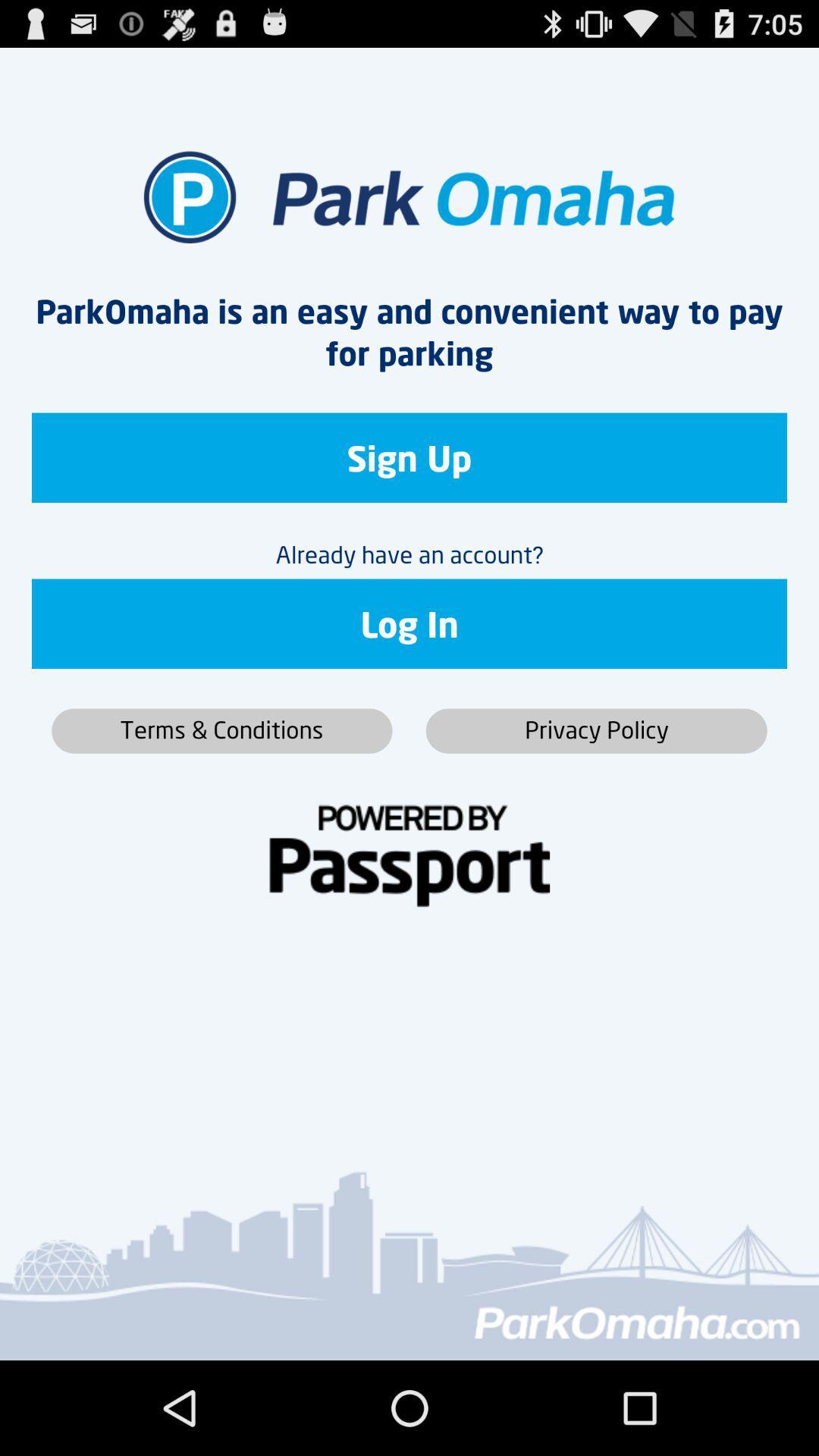 The width and height of the screenshot is (819, 1456). I want to click on the item above the already have an, so click(409, 457).